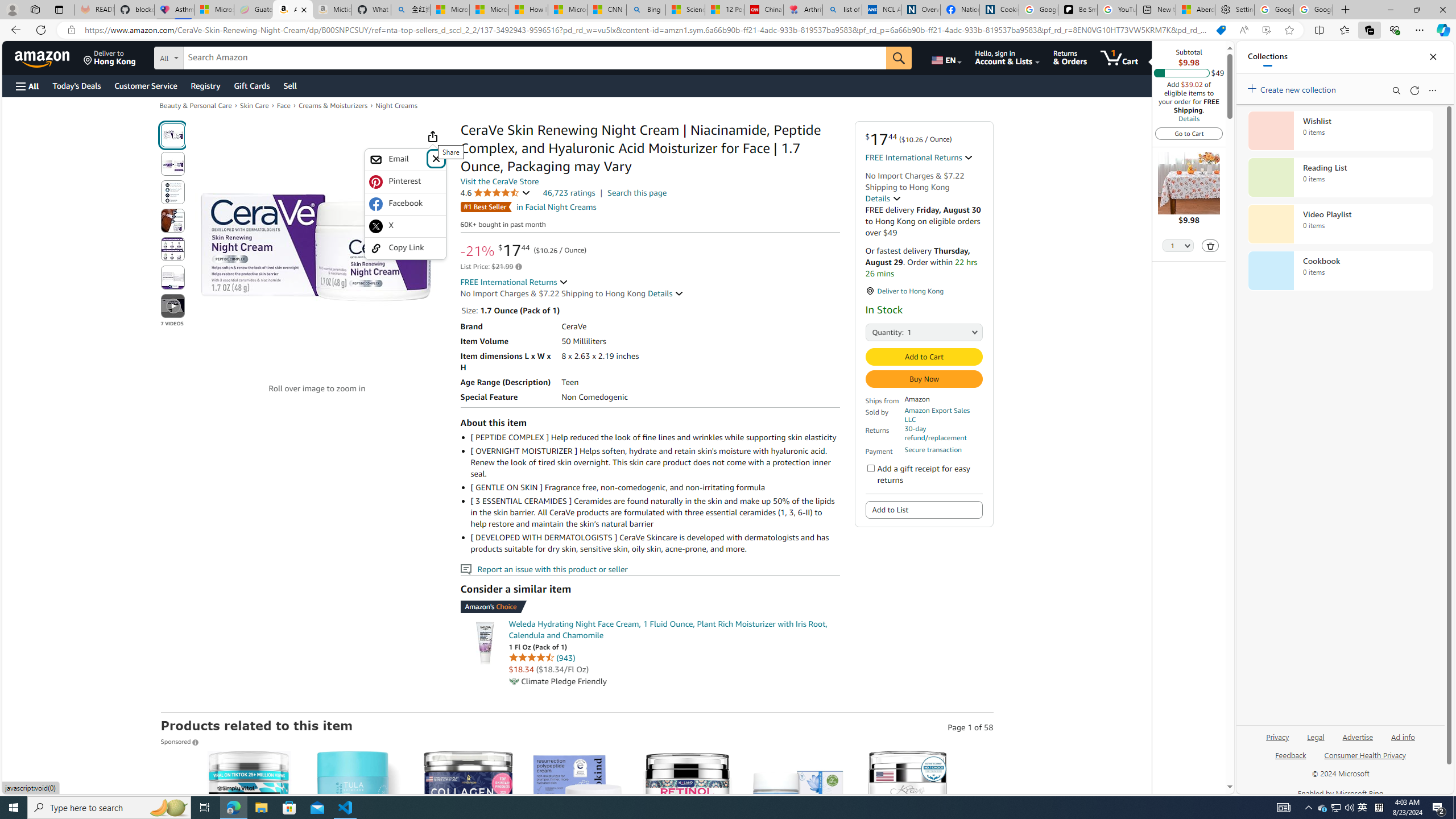 The width and height of the screenshot is (1456, 819). What do you see at coordinates (405, 203) in the screenshot?
I see `'Facebook'` at bounding box center [405, 203].